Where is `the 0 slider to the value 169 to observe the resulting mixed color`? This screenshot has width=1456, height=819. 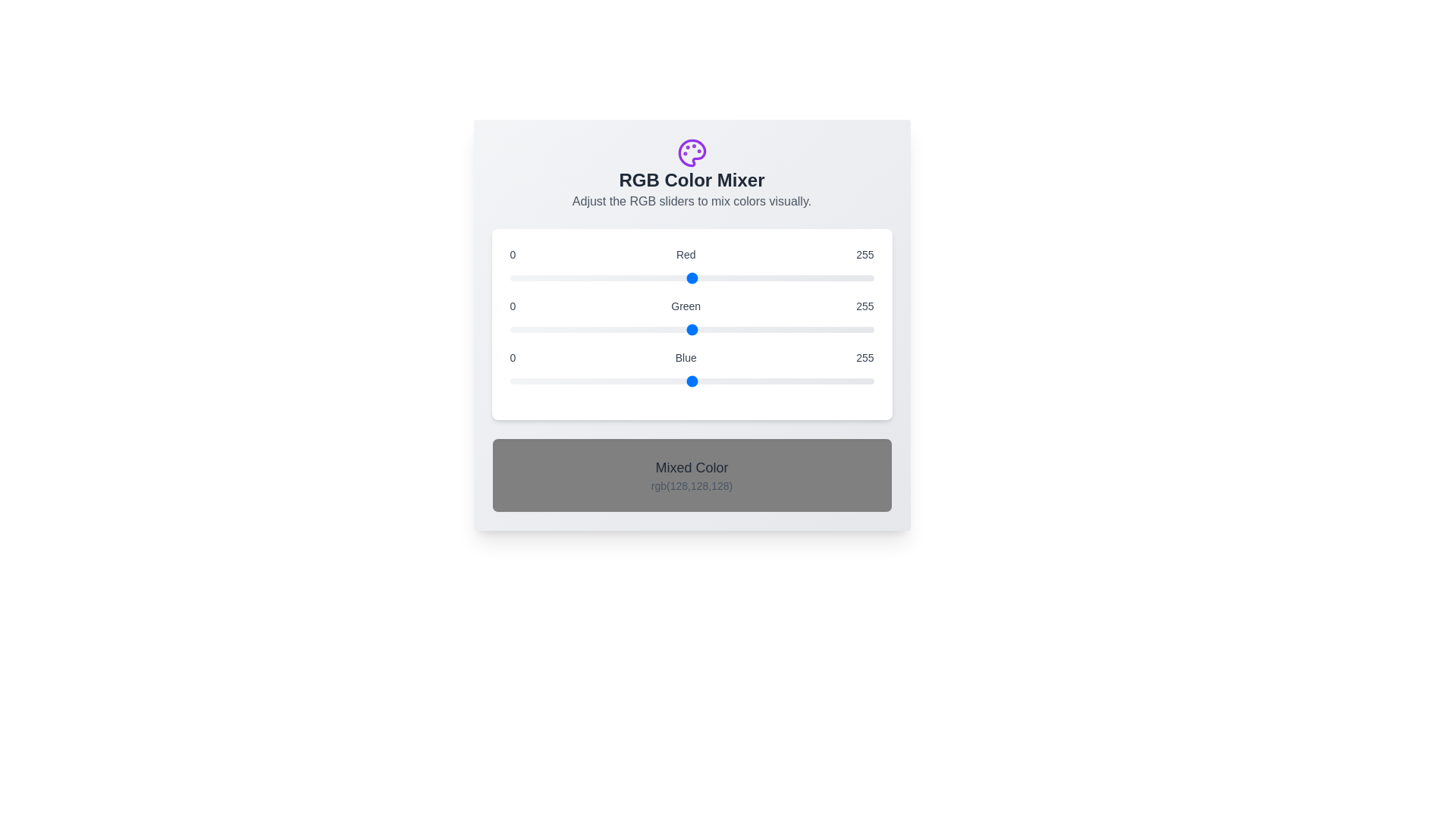 the 0 slider to the value 169 to observe the resulting mixed color is located at coordinates (691, 278).